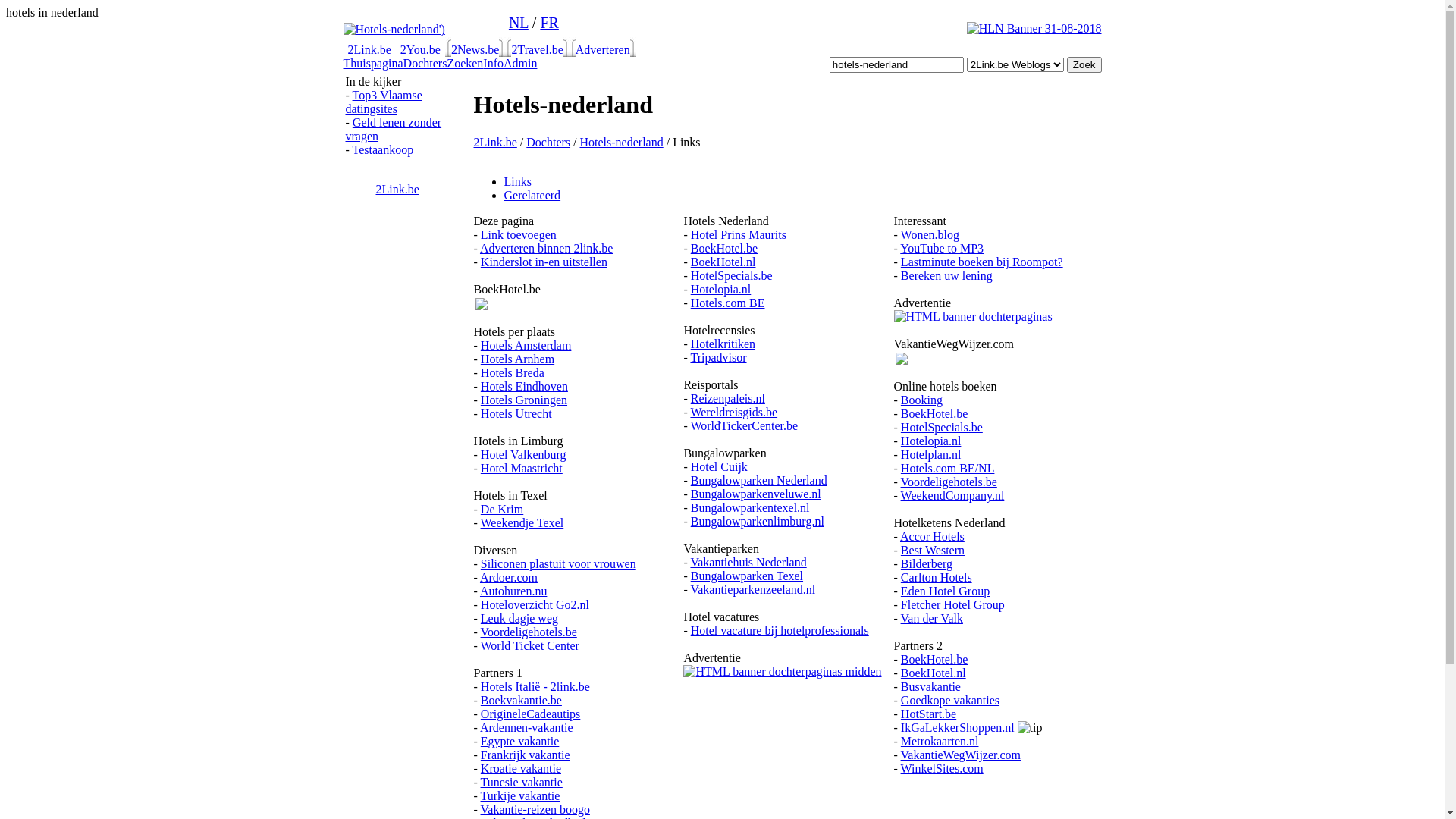  What do you see at coordinates (535, 604) in the screenshot?
I see `'Hoteloverzicht Go2.nl'` at bounding box center [535, 604].